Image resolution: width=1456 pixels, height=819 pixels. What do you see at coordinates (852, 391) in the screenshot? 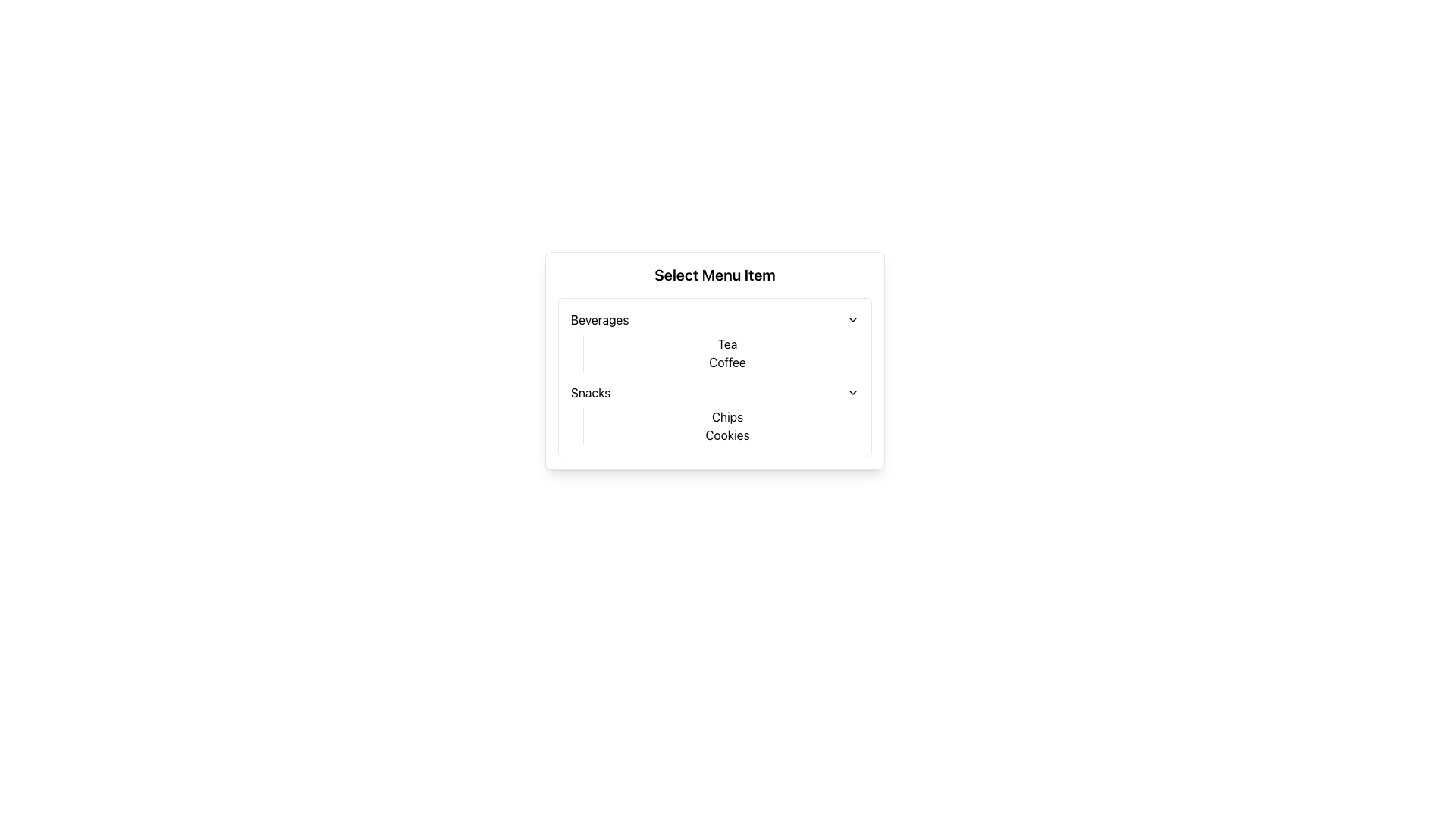
I see `the downward-facing chevron icon, which is styled minimally in black and positioned to the right of the text 'Snacks'` at bounding box center [852, 391].